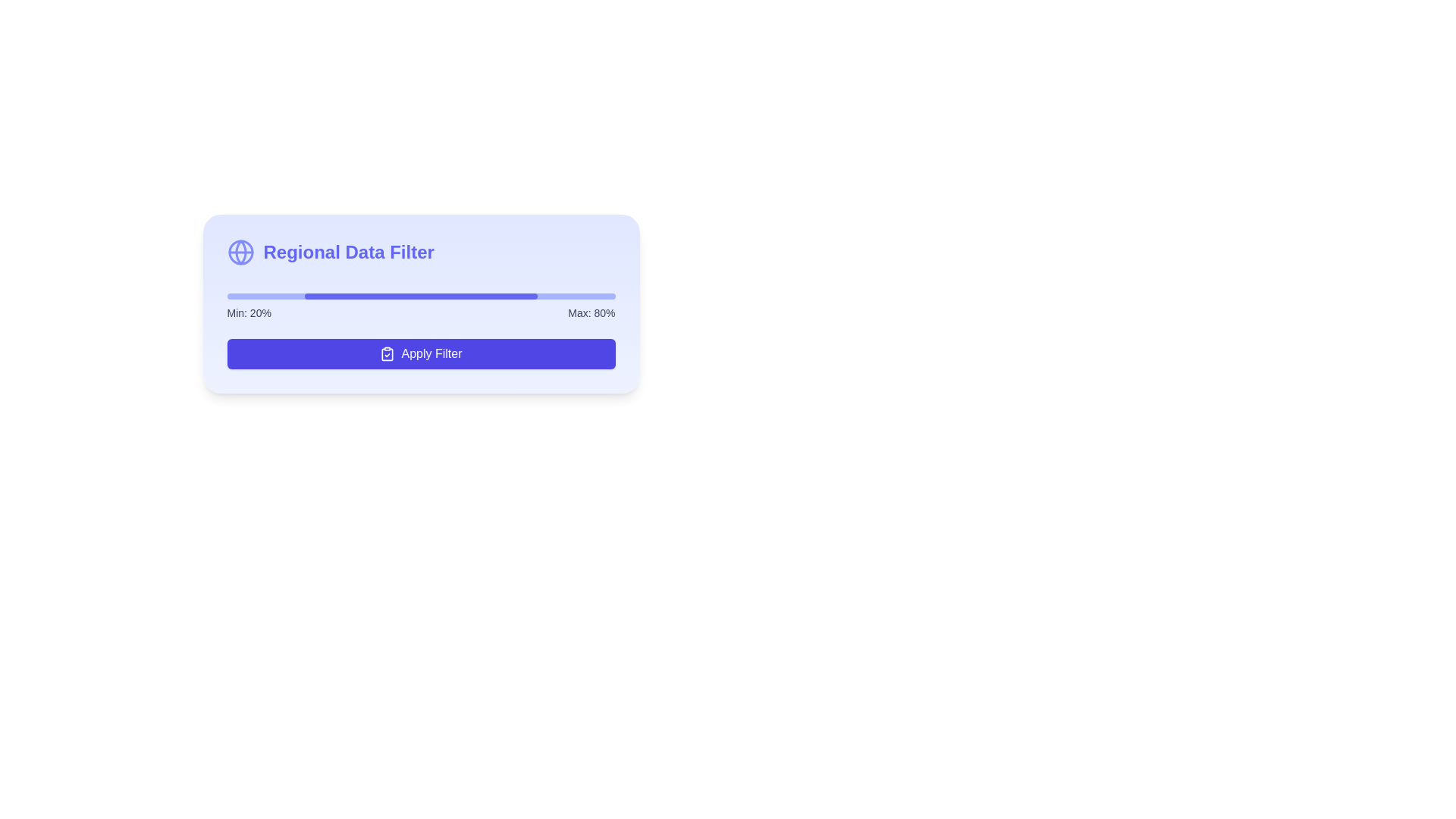  What do you see at coordinates (323, 293) in the screenshot?
I see `the slider` at bounding box center [323, 293].